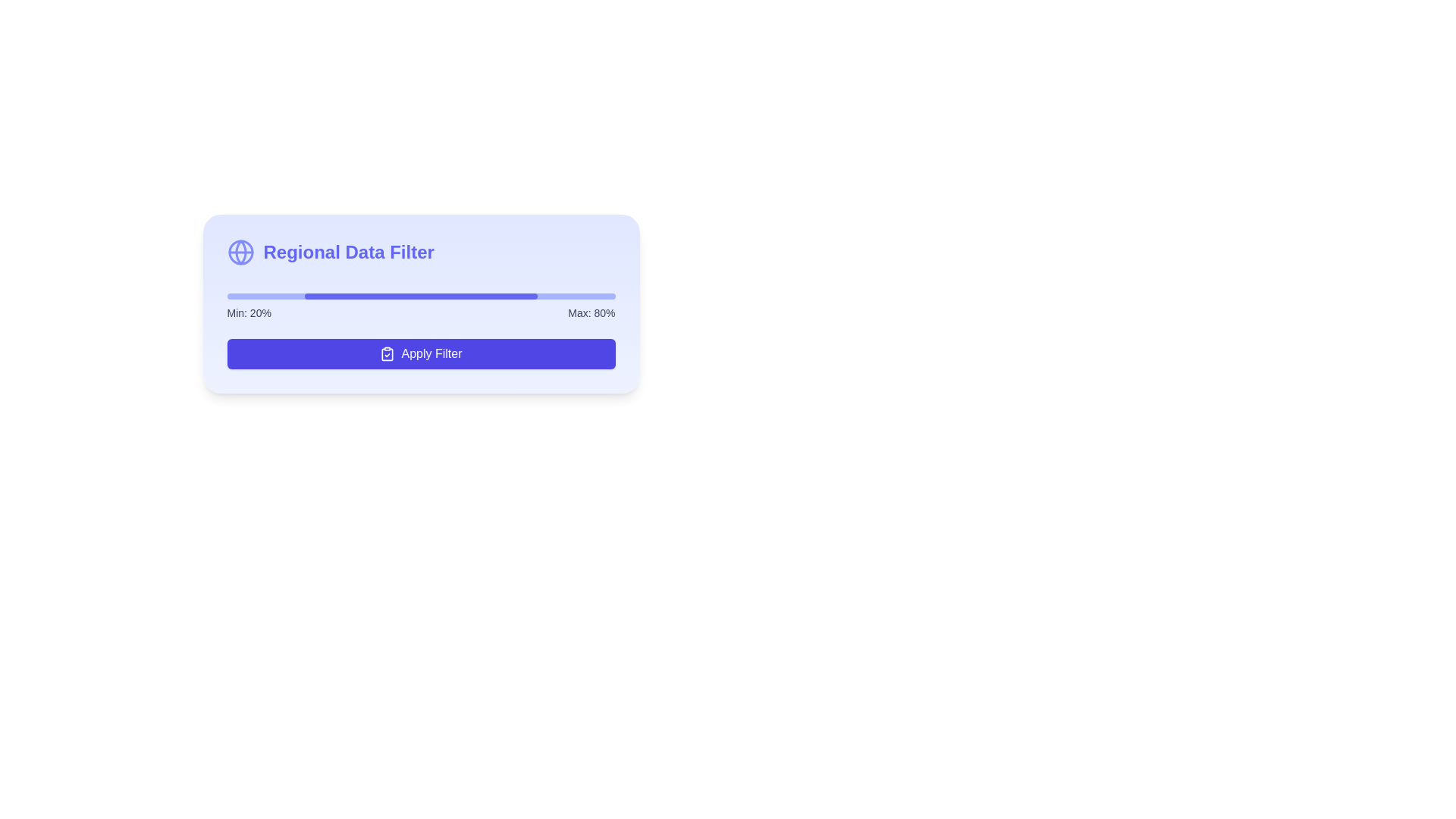  What do you see at coordinates (323, 293) in the screenshot?
I see `the slider` at bounding box center [323, 293].